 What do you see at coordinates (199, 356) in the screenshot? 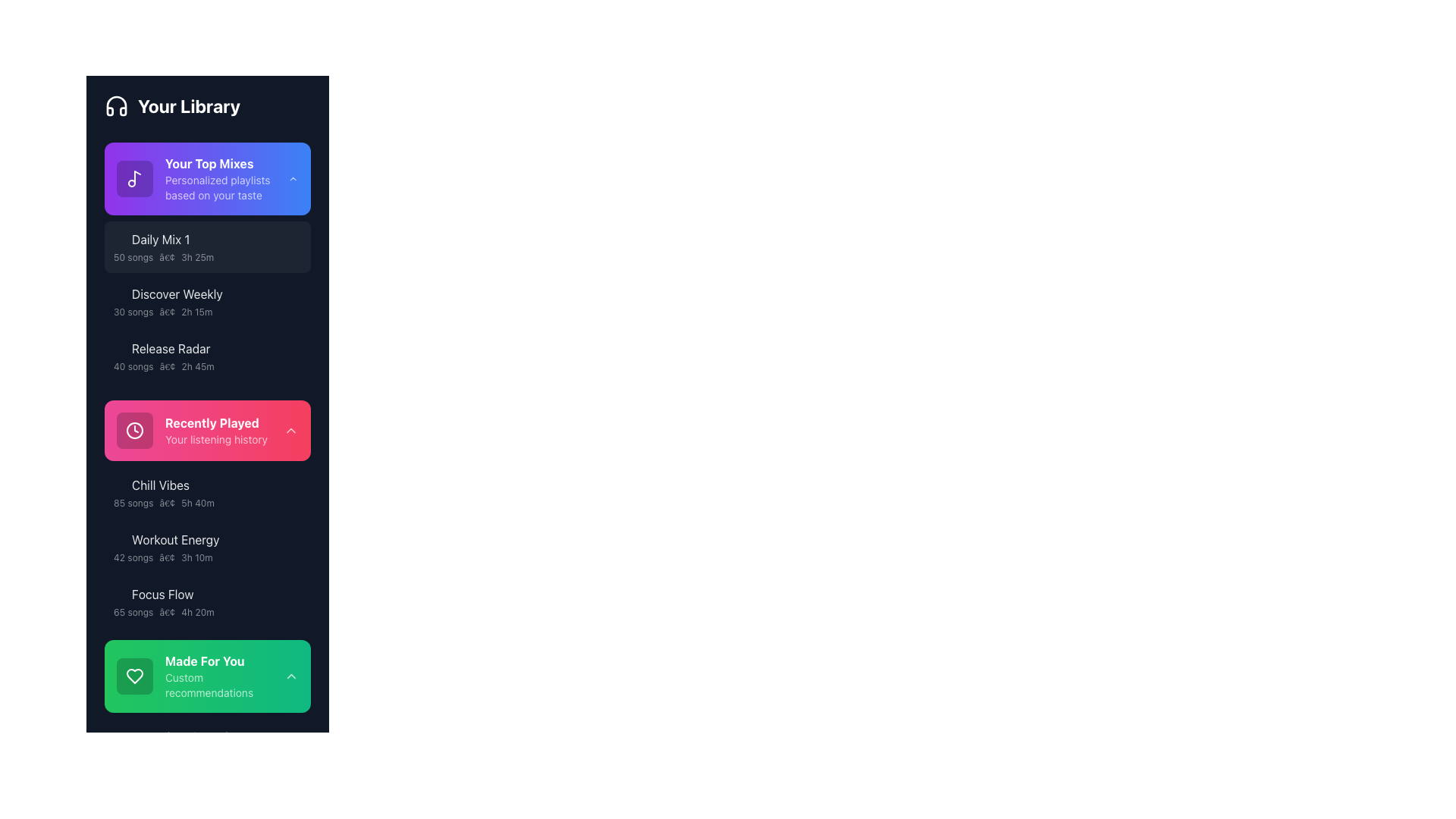
I see `the clickable link or playlist card for the 'Release Radar' playlist located in the left-hand navigation pane, positioned between 'Discover Weekly' and 'Recently Played' sections to possibly reveal additional options or details` at bounding box center [199, 356].